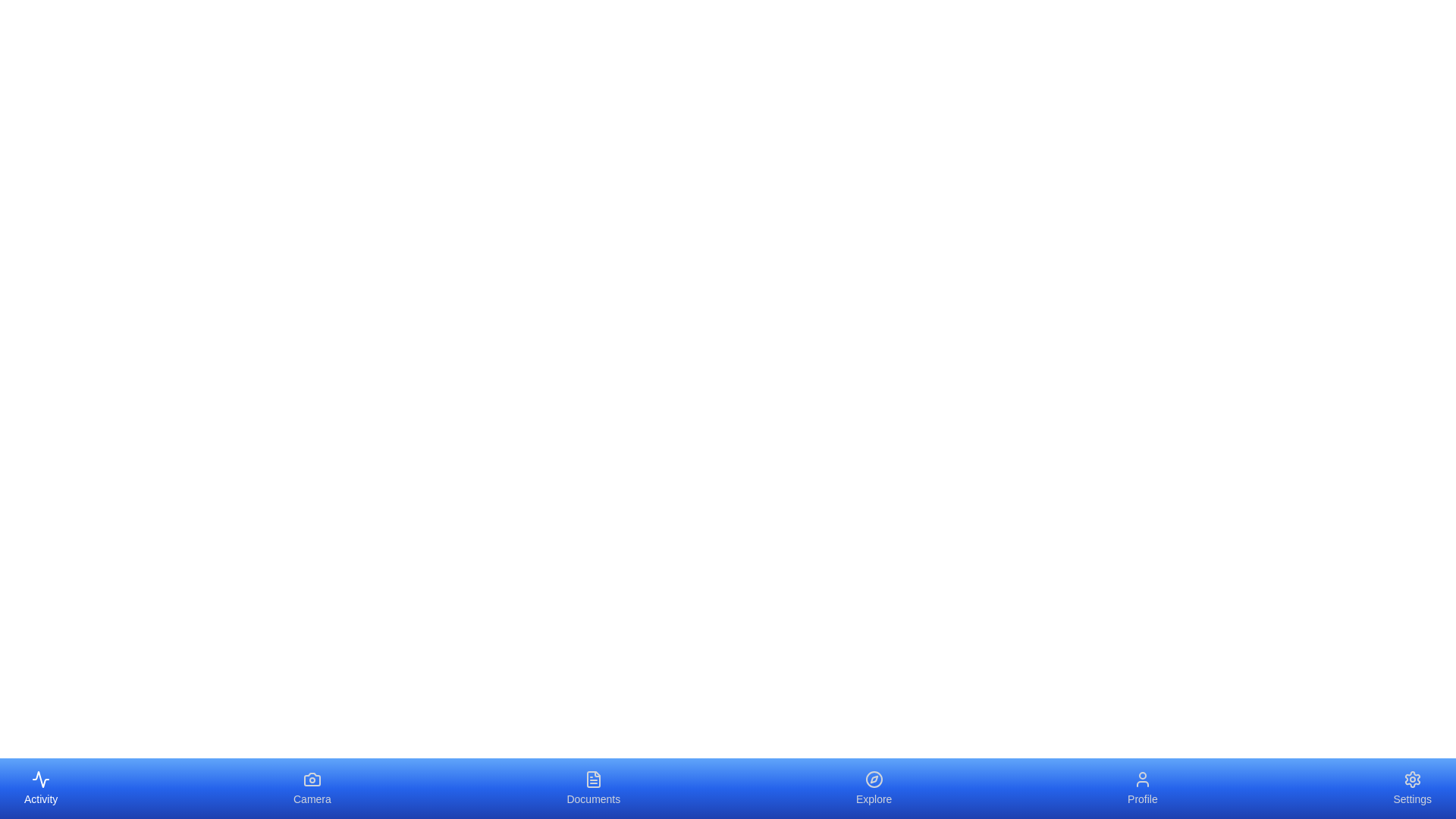 The width and height of the screenshot is (1456, 819). I want to click on the Explore element to display its tooltip, so click(874, 788).